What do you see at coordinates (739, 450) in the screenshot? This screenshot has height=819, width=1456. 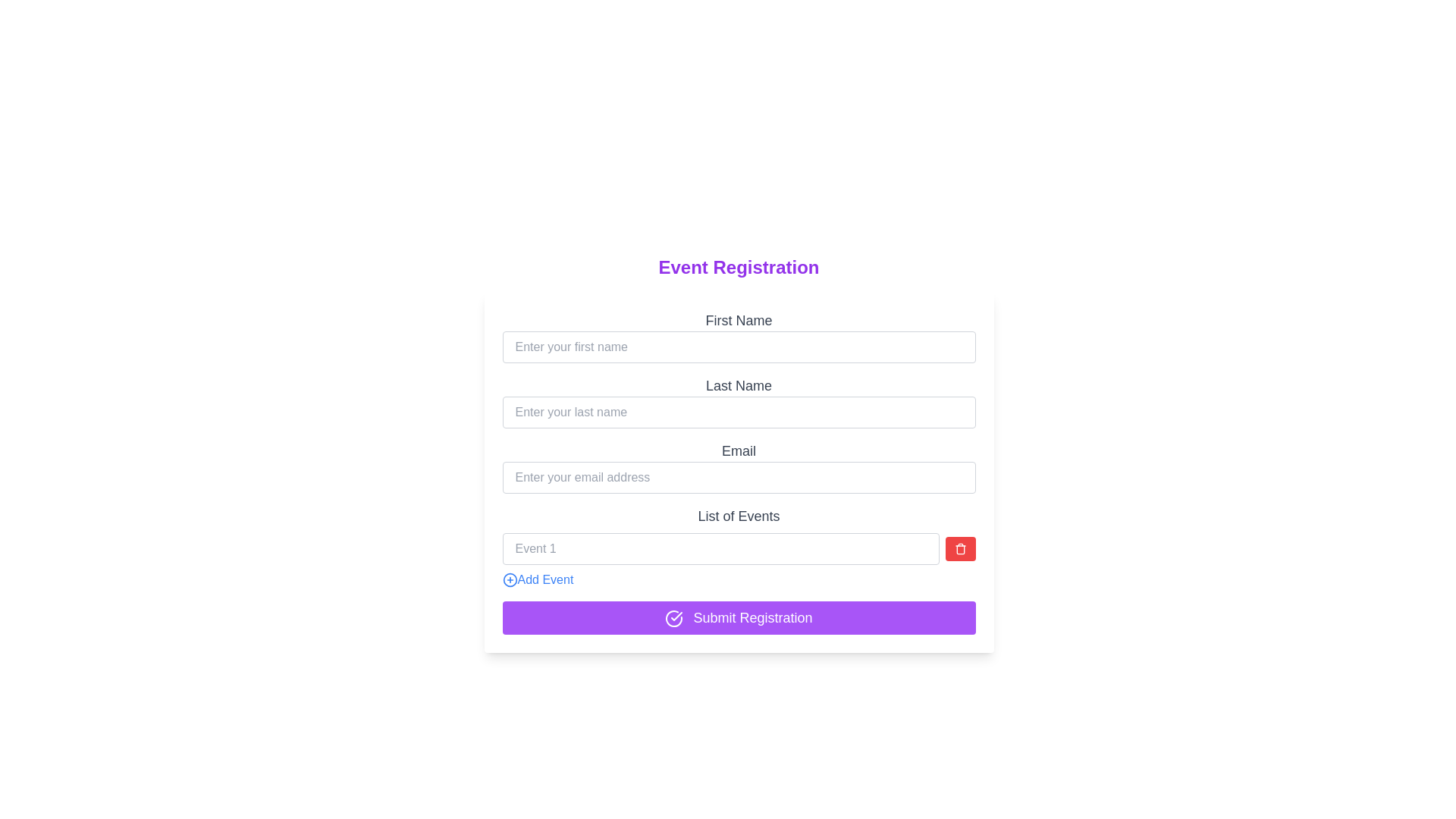 I see `the label for the email address input field located in the 'Event Registration' form, positioned below the 'Last Name' field` at bounding box center [739, 450].